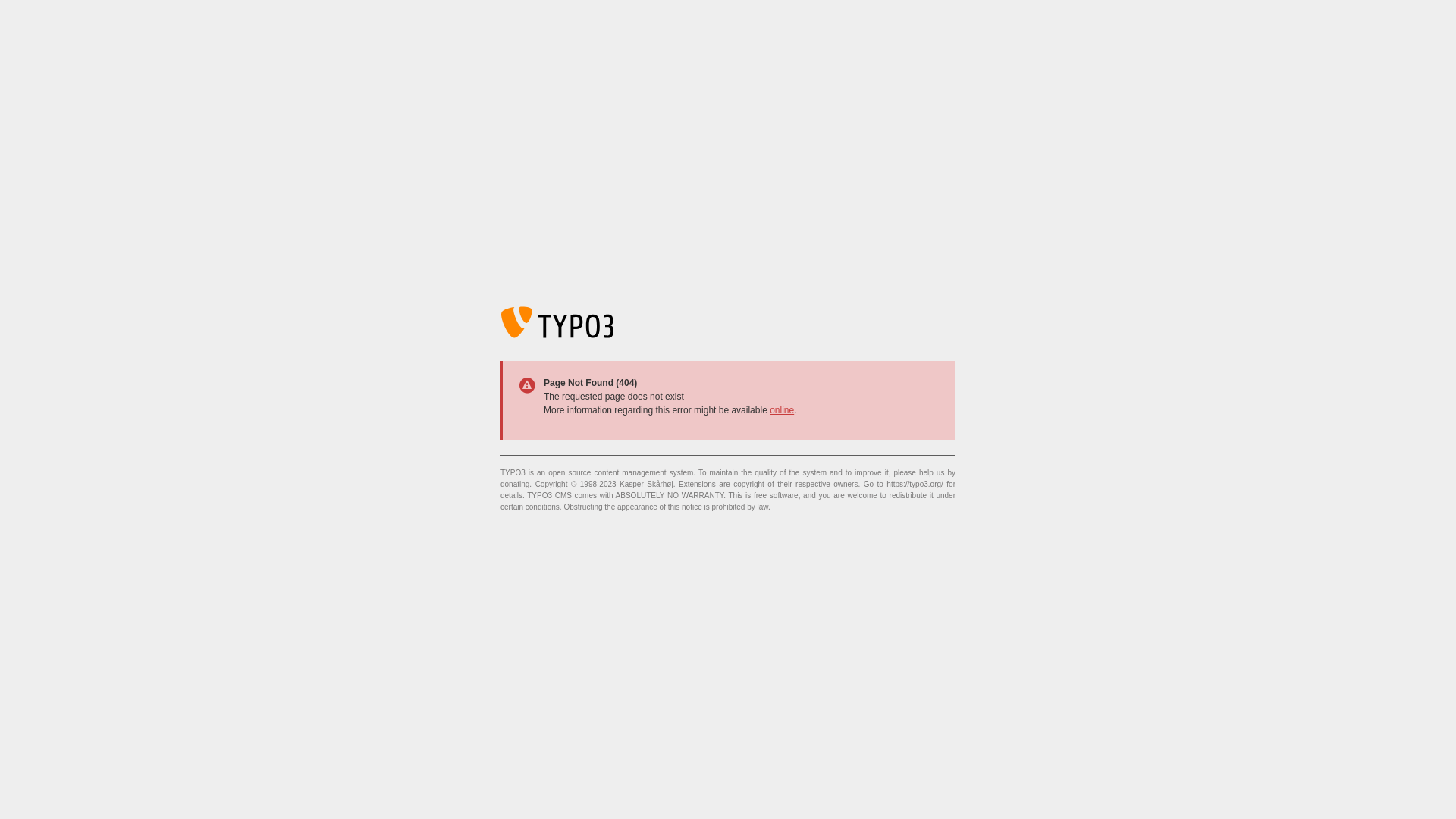  What do you see at coordinates (886, 484) in the screenshot?
I see `'https://typo3.org/'` at bounding box center [886, 484].